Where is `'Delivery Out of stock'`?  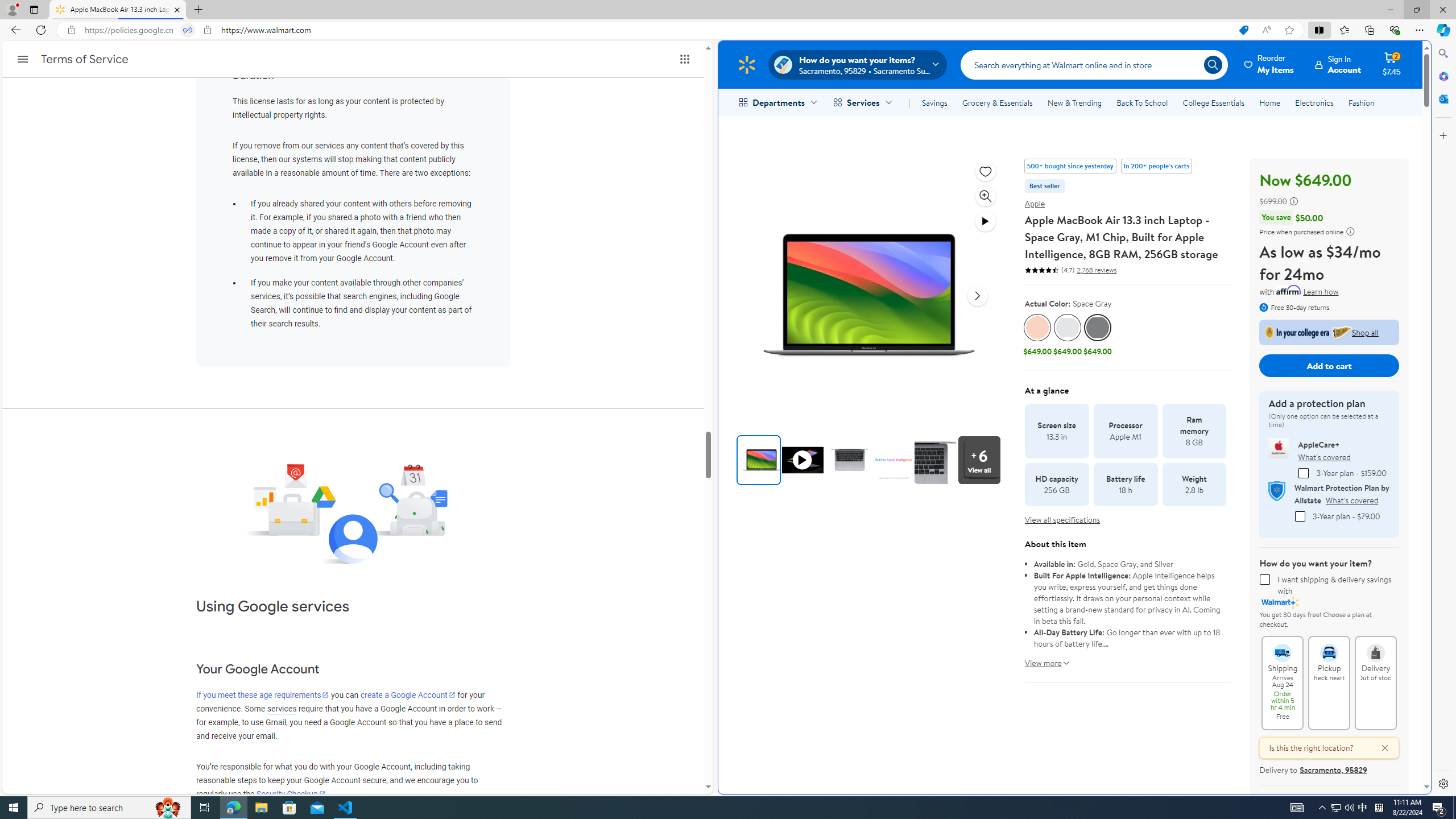 'Delivery Out of stock' is located at coordinates (1375, 647).